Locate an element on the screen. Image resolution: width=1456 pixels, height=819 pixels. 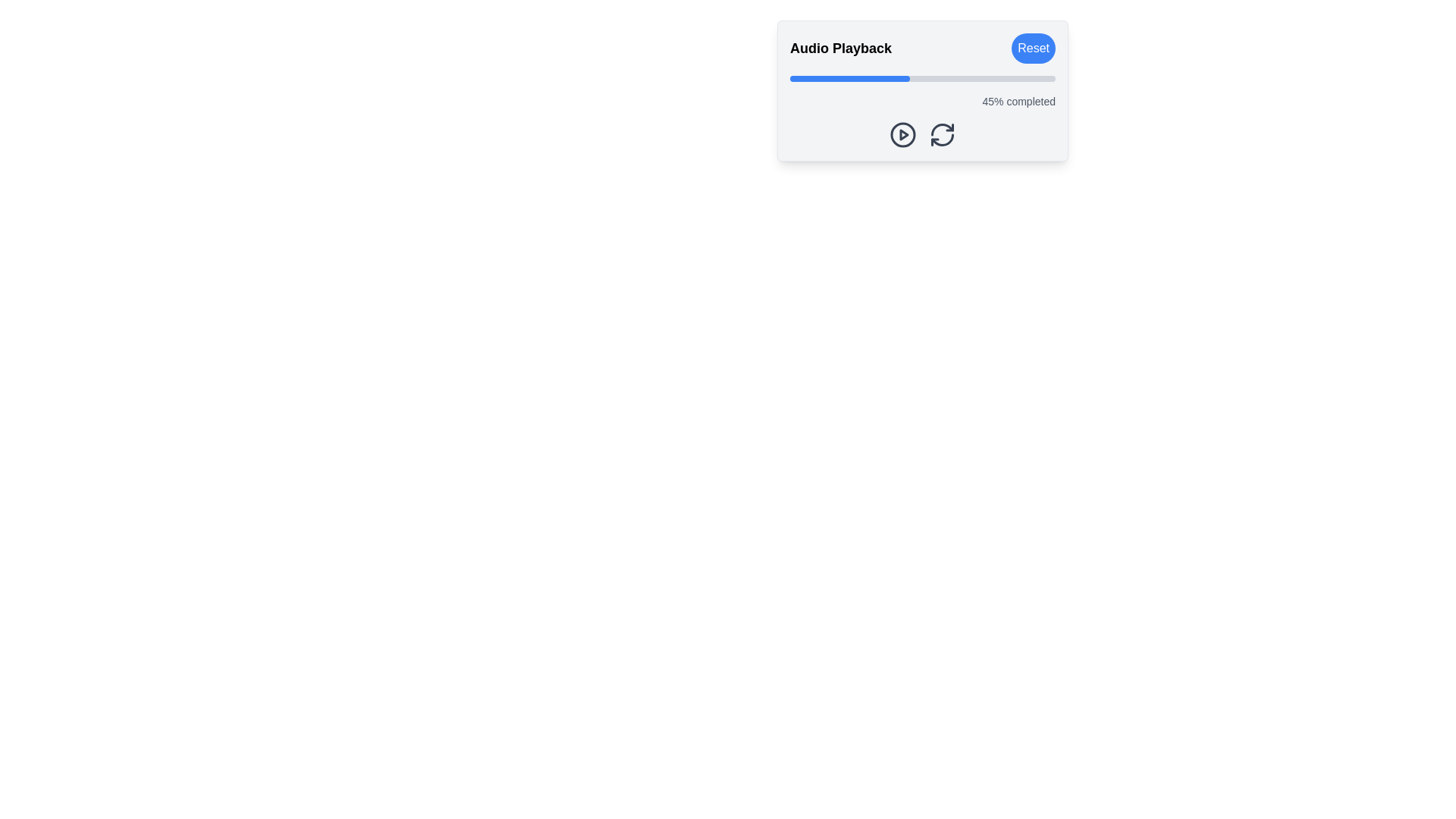
progress is located at coordinates (1021, 79).